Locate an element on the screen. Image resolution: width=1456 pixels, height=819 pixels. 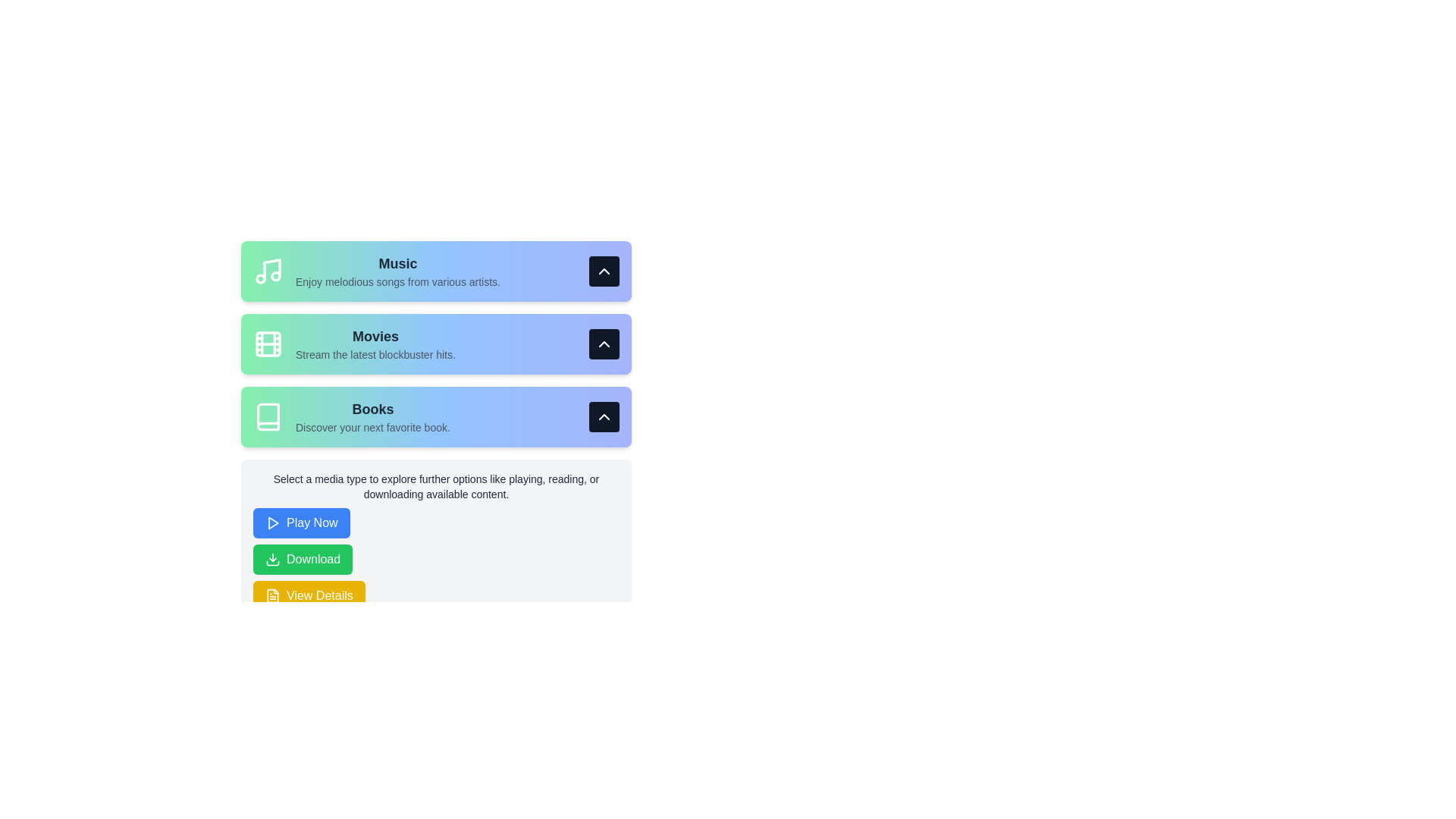
the text element titled 'Movies', which features a bold title and a subtitle, located in the second row of a vertically stacked group is located at coordinates (375, 344).